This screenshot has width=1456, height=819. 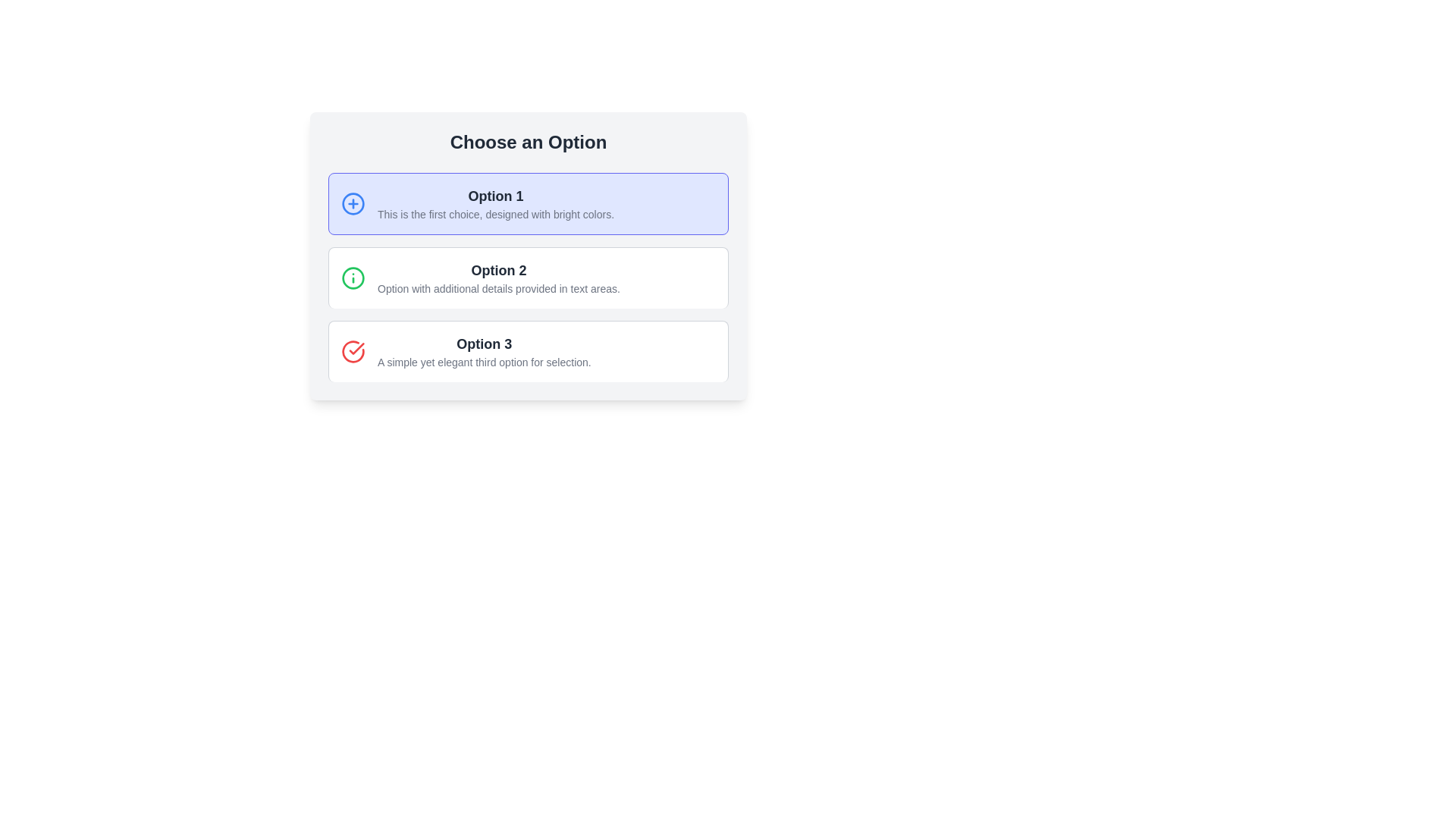 I want to click on the informational text component displaying the sentence 'This is the first choice, designed with bright colors.' which is located underneath the title 'Option 1', so click(x=495, y=214).